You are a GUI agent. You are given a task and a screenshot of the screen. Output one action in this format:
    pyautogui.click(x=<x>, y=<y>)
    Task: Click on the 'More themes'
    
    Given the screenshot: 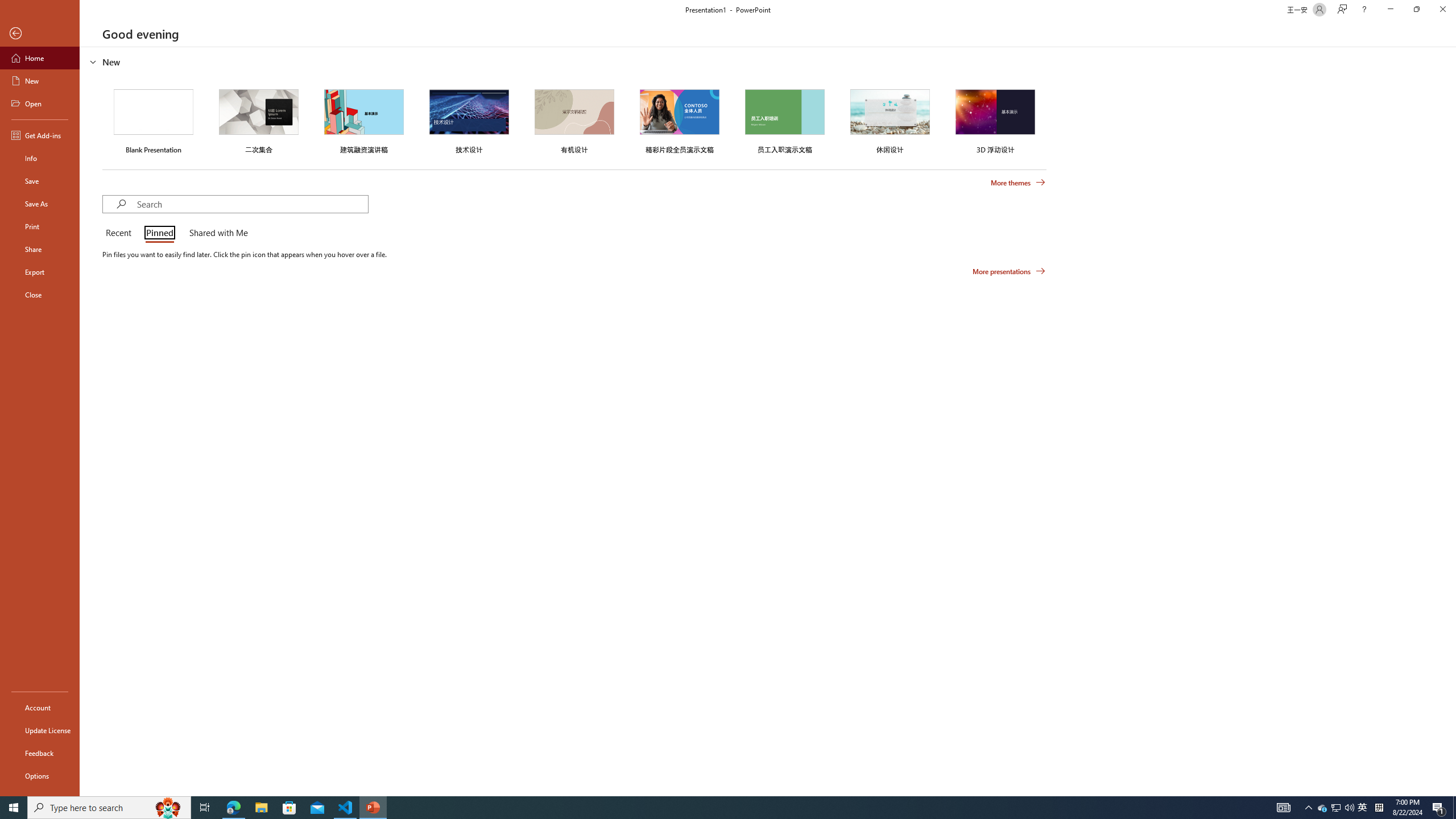 What is the action you would take?
    pyautogui.click(x=1017, y=183)
    